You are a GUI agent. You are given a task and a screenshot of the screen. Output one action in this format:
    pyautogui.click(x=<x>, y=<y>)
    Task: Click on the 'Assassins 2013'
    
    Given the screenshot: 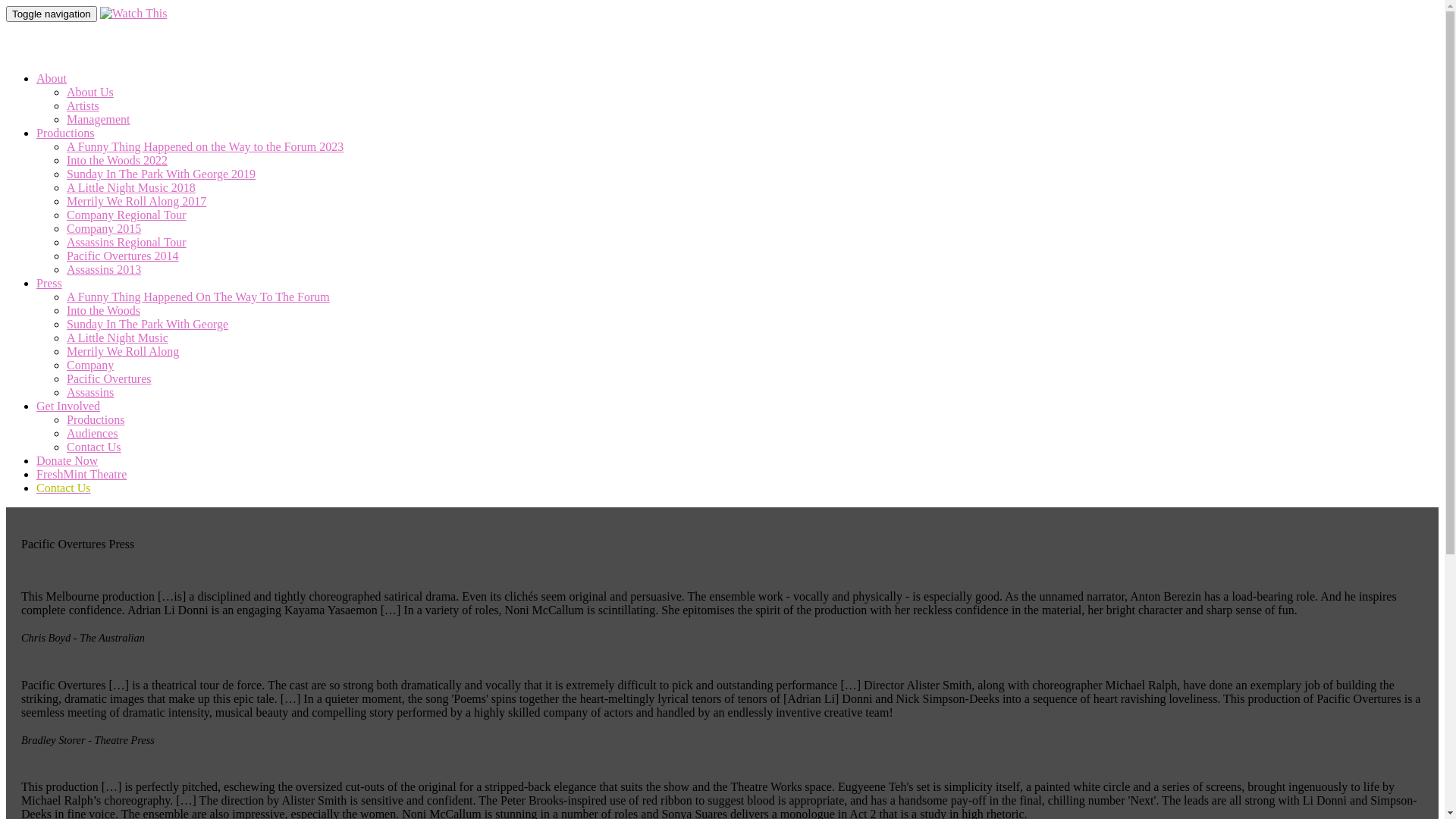 What is the action you would take?
    pyautogui.click(x=103, y=268)
    